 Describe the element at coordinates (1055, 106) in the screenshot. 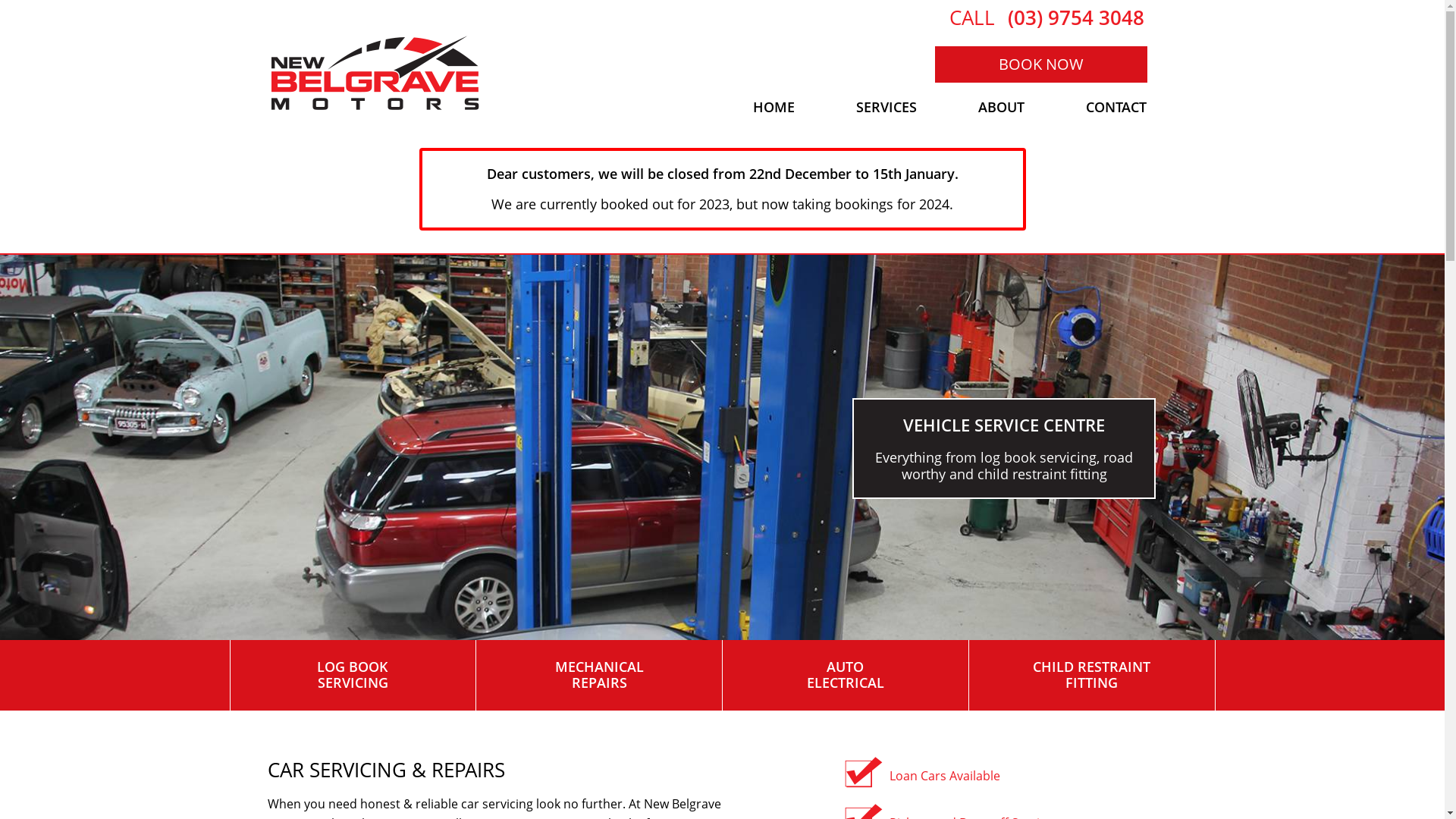

I see `'CONTACT'` at that location.